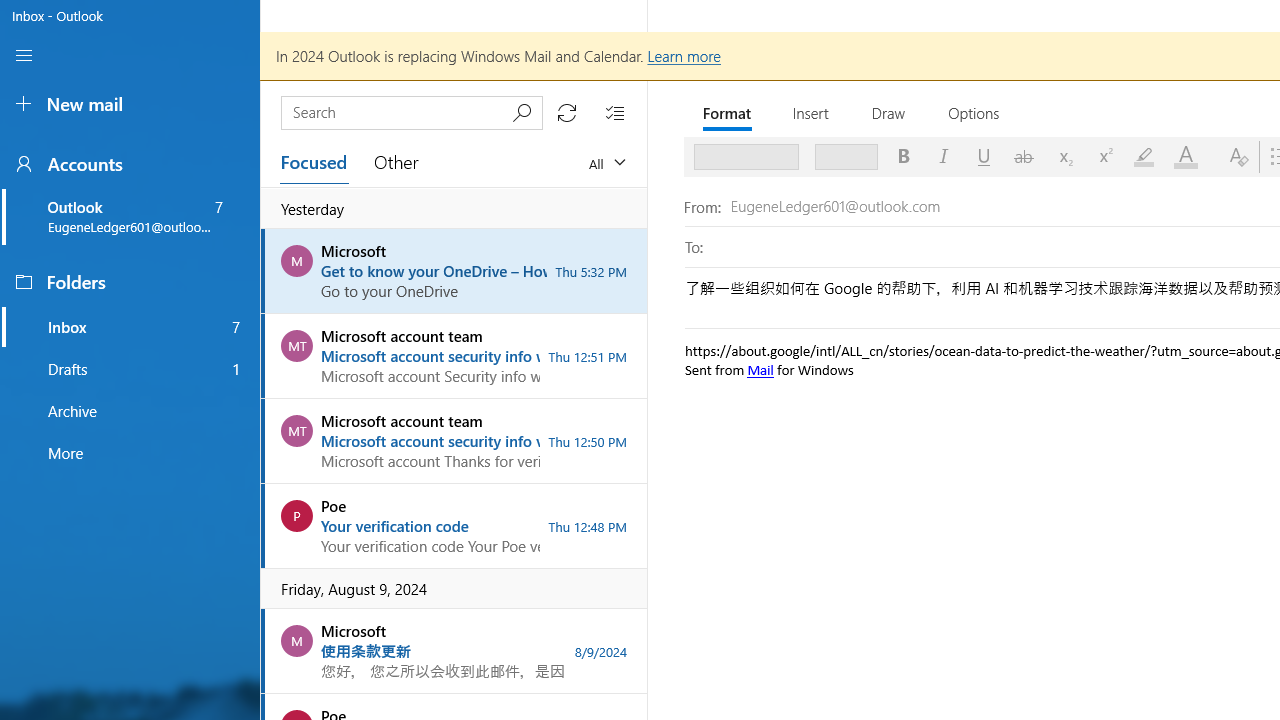 This screenshot has width=1280, height=720. I want to click on 'Outlook, EugeneLedger601@outlook.com, 7 unread', so click(128, 217).